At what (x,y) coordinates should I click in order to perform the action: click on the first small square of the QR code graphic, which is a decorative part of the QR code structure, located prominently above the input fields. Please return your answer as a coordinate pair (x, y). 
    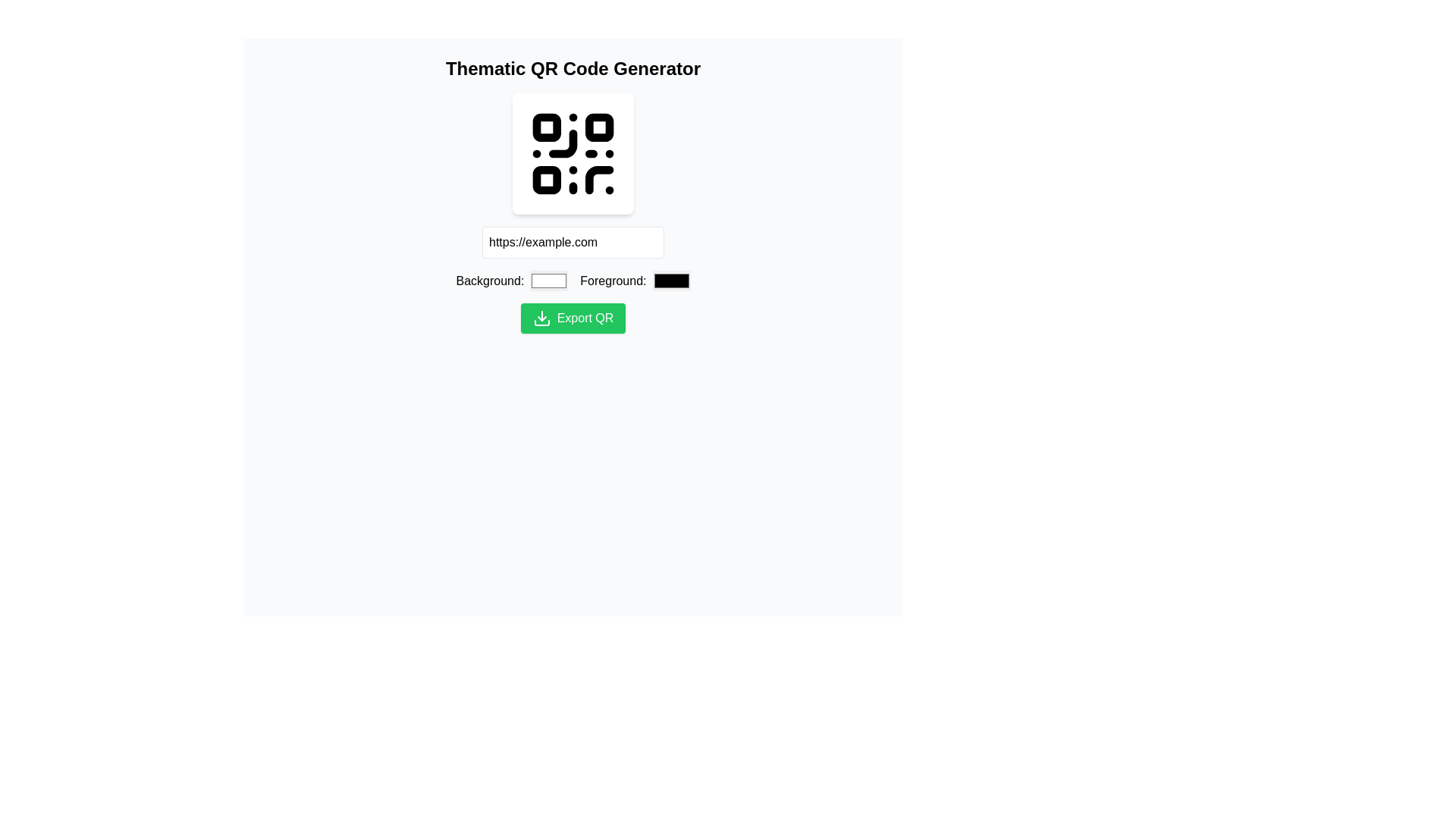
    Looking at the image, I should click on (546, 127).